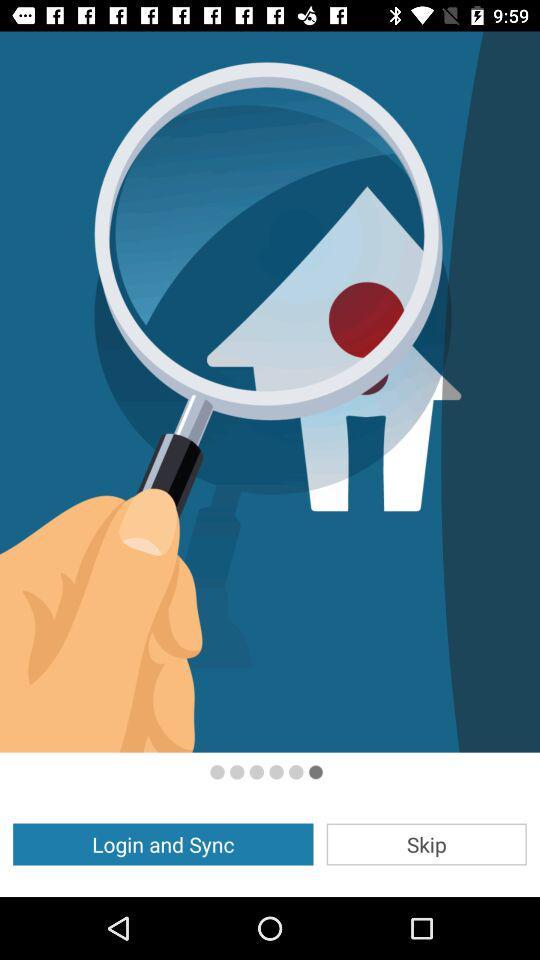  What do you see at coordinates (162, 843) in the screenshot?
I see `the item at the bottom left corner` at bounding box center [162, 843].